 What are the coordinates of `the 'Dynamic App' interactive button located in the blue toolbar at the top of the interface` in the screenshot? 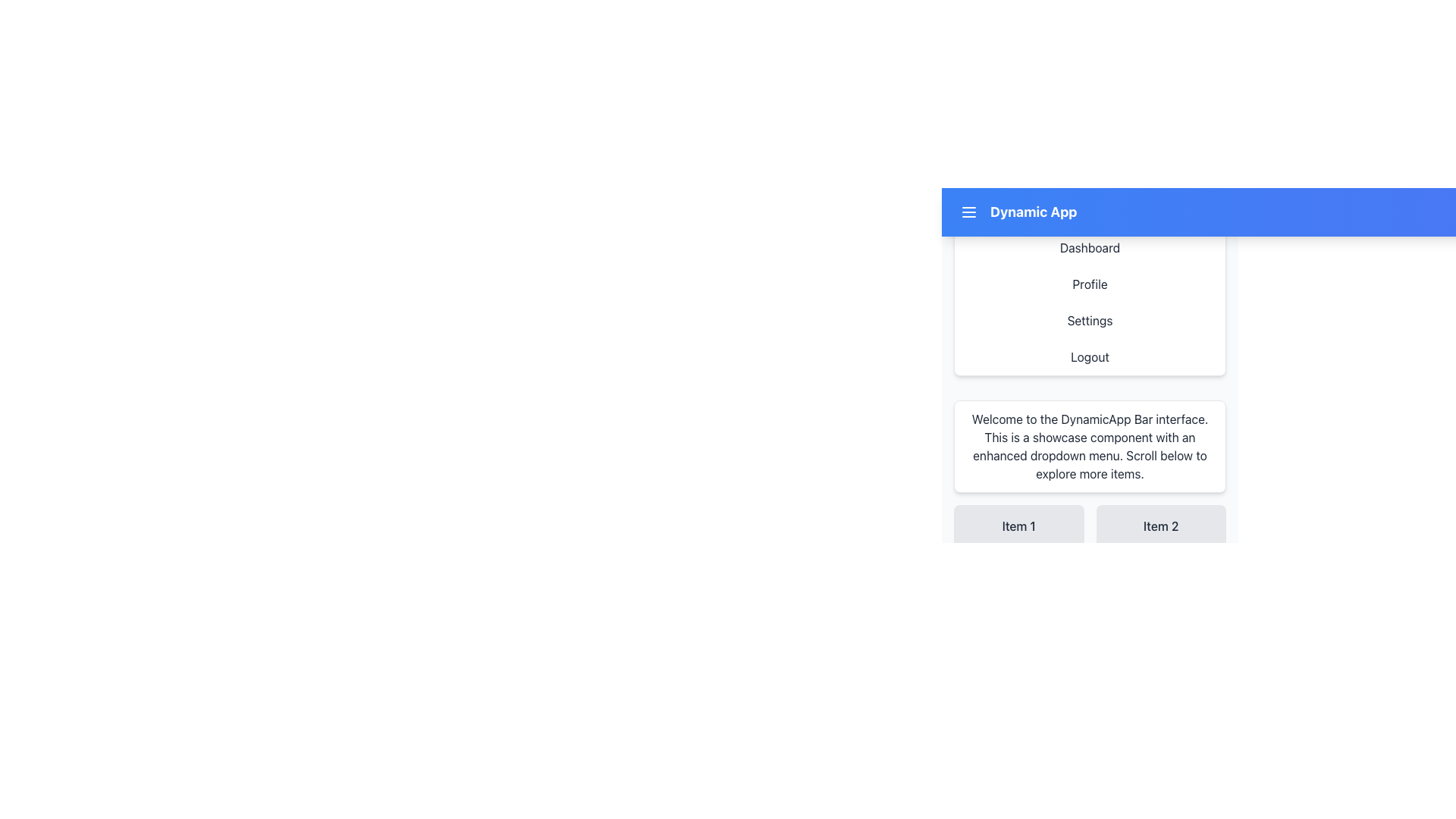 It's located at (1089, 205).